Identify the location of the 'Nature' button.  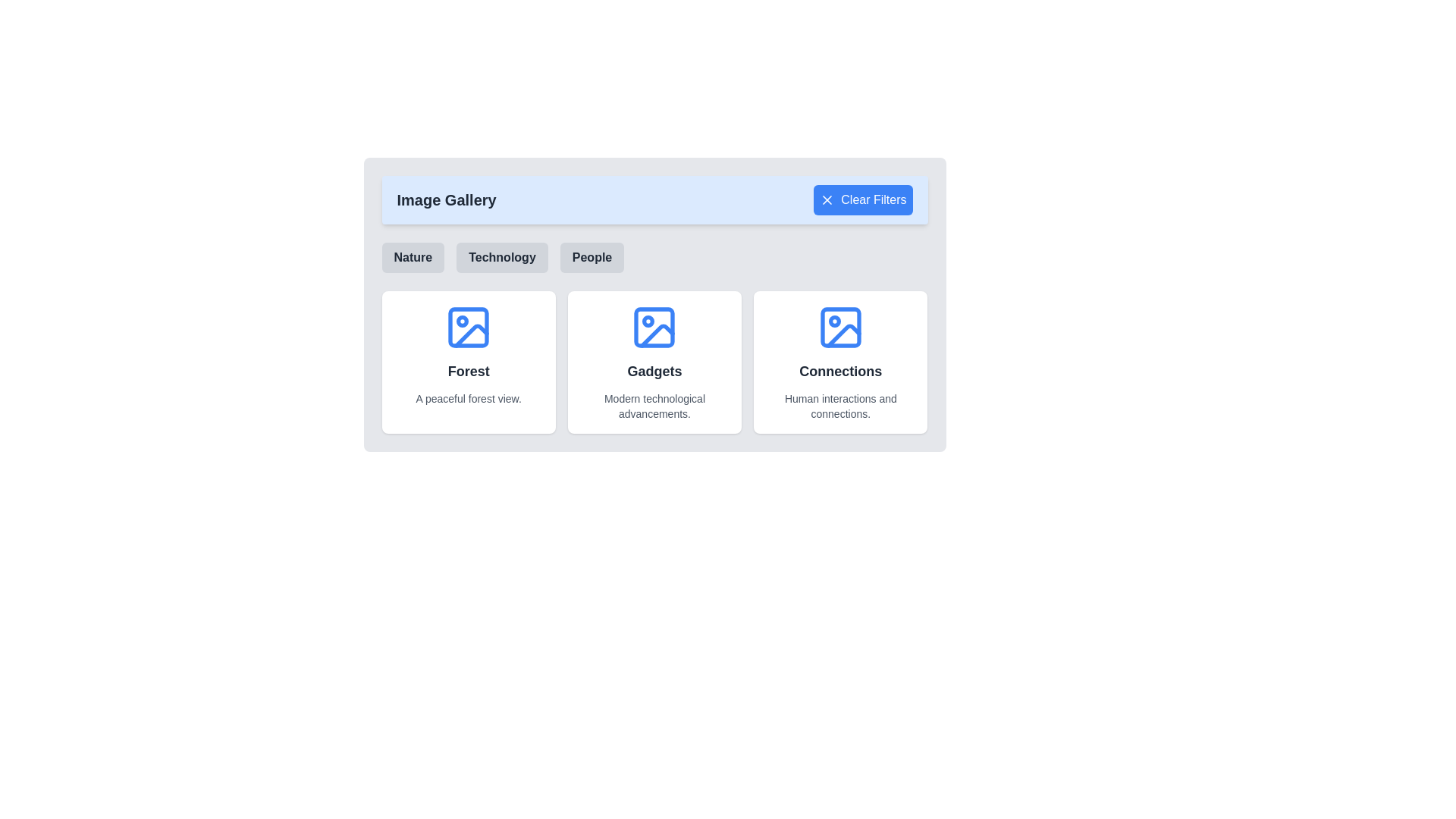
(413, 256).